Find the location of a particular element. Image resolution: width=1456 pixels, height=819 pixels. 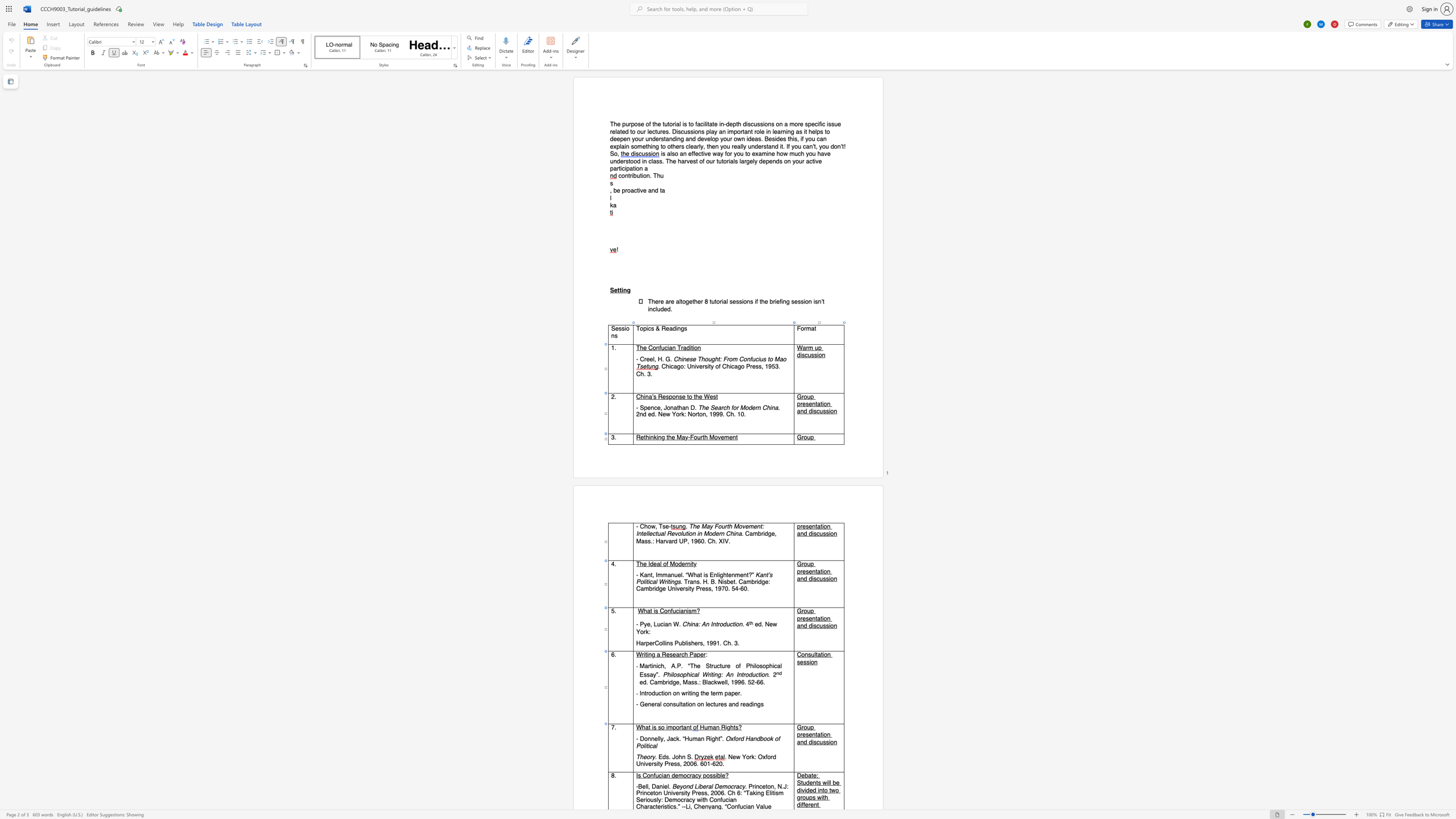

the 1th character "c" in the text is located at coordinates (662, 624).